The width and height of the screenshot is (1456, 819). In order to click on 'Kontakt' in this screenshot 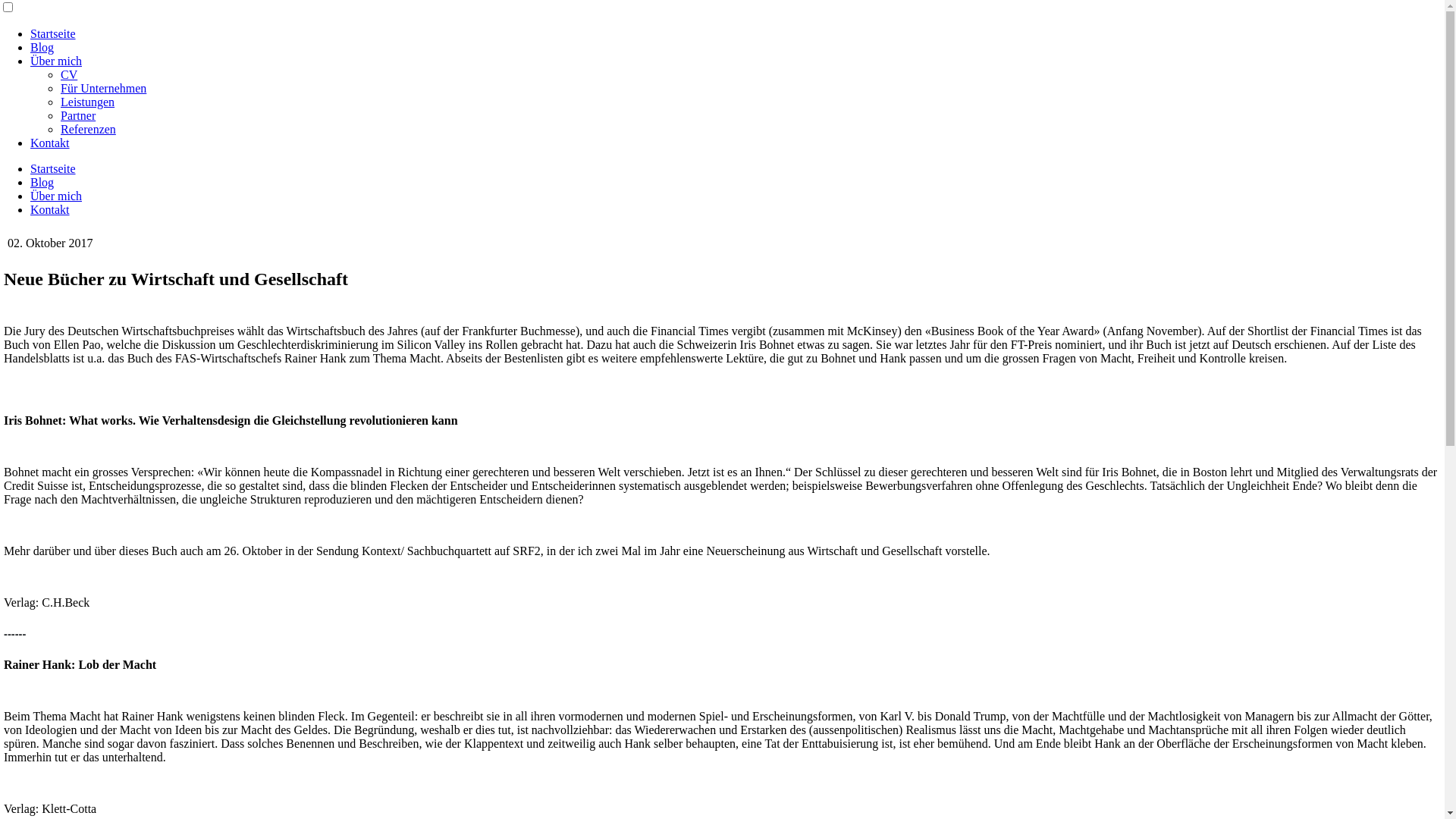, I will do `click(30, 209)`.